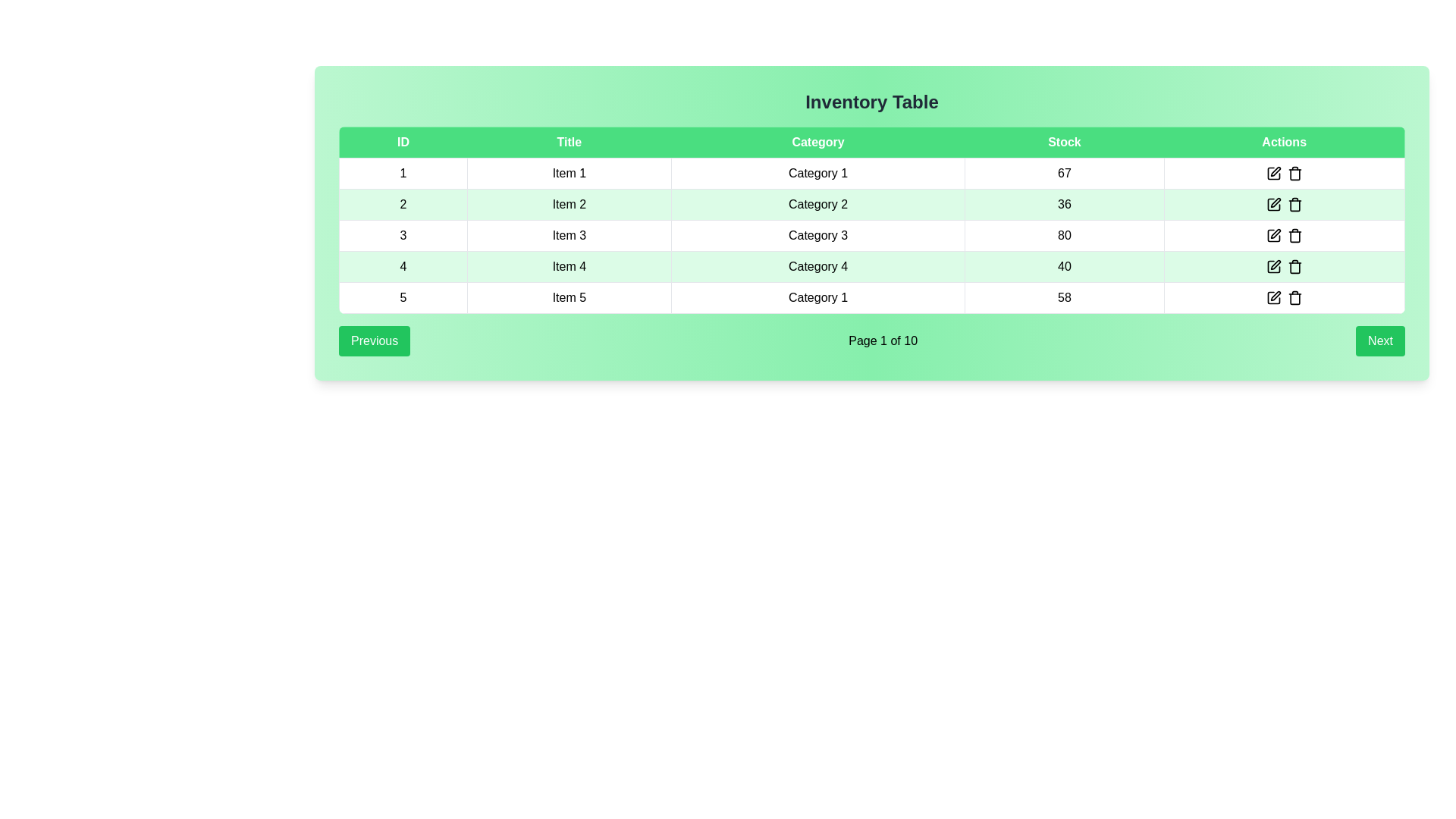  What do you see at coordinates (1274, 265) in the screenshot?
I see `the edit button located in the Actions column of the fourth row in the inventory table` at bounding box center [1274, 265].